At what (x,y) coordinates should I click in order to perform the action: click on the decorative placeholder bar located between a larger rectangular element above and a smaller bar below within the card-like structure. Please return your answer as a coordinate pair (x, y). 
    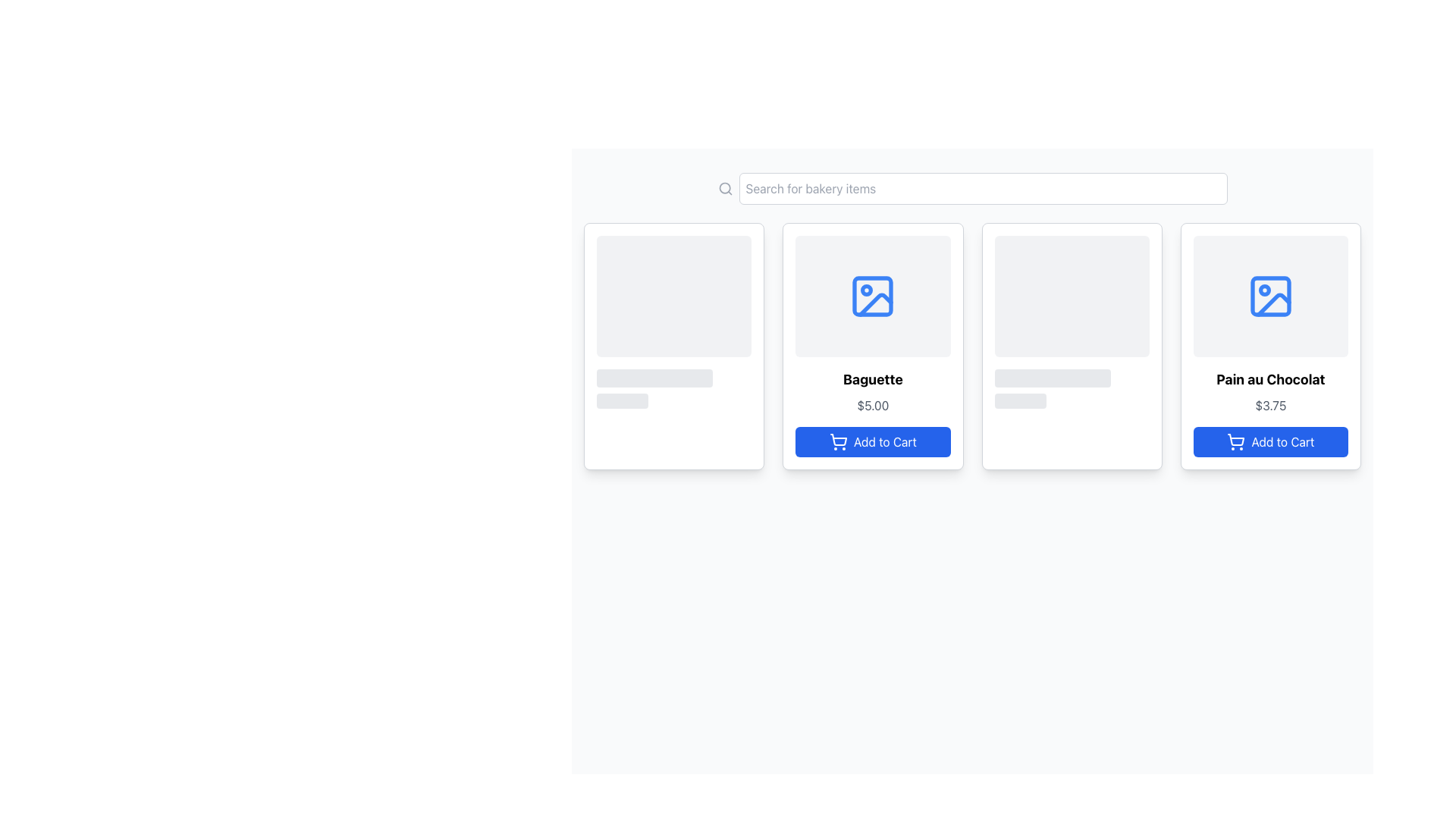
    Looking at the image, I should click on (1052, 377).